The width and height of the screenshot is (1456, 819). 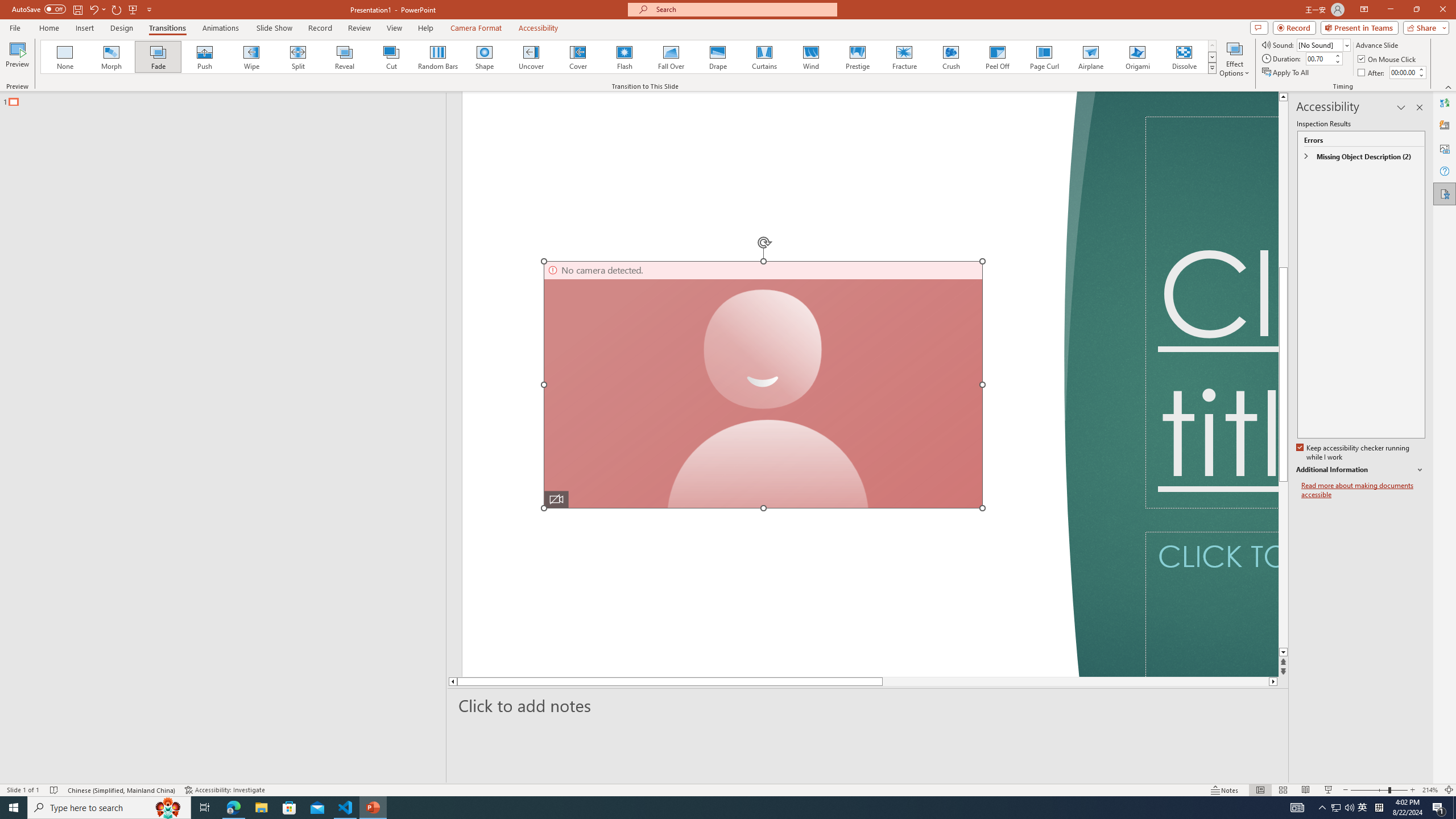 I want to click on 'Cut', so click(x=391, y=56).